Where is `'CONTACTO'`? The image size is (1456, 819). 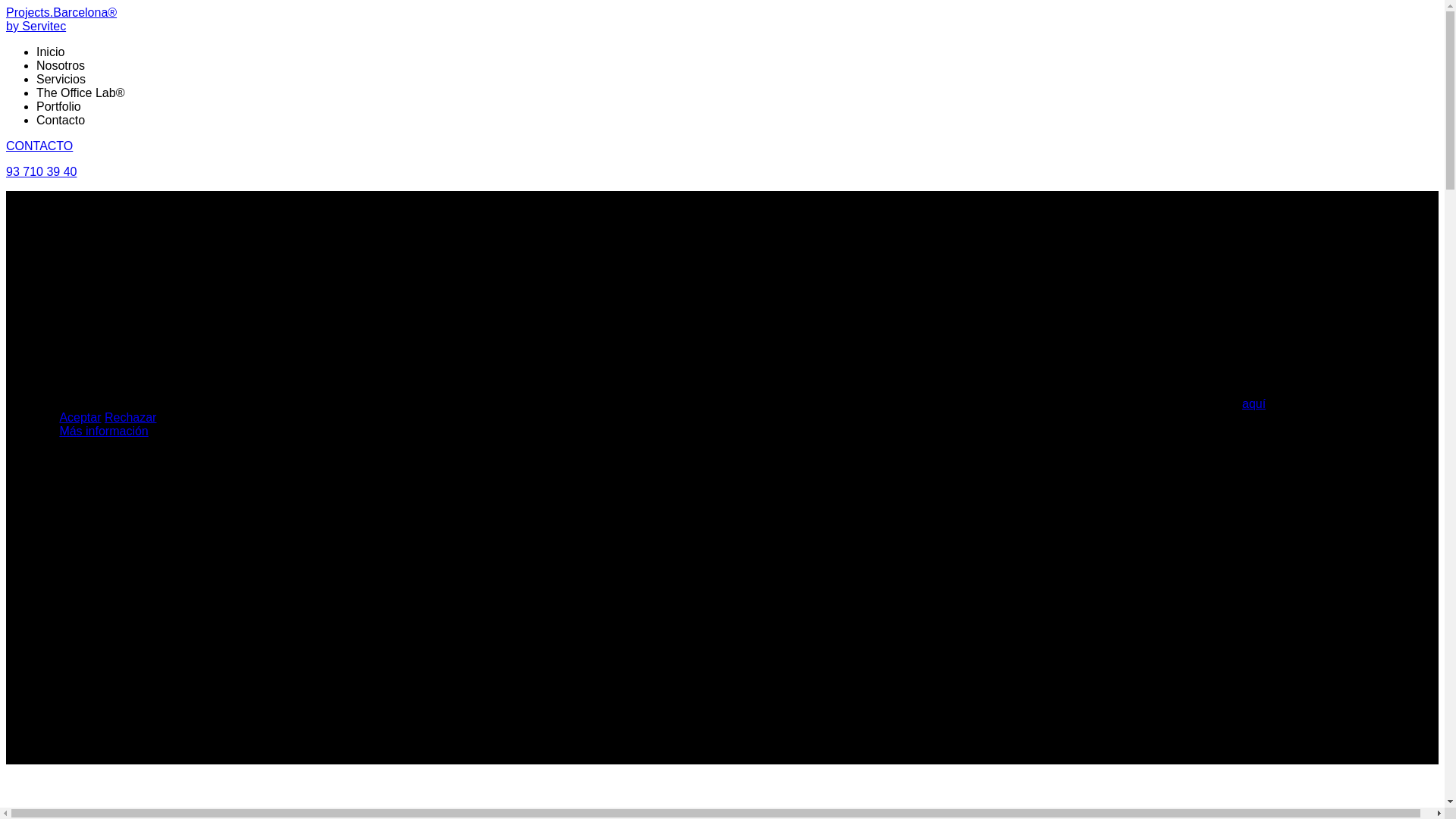 'CONTACTO' is located at coordinates (39, 146).